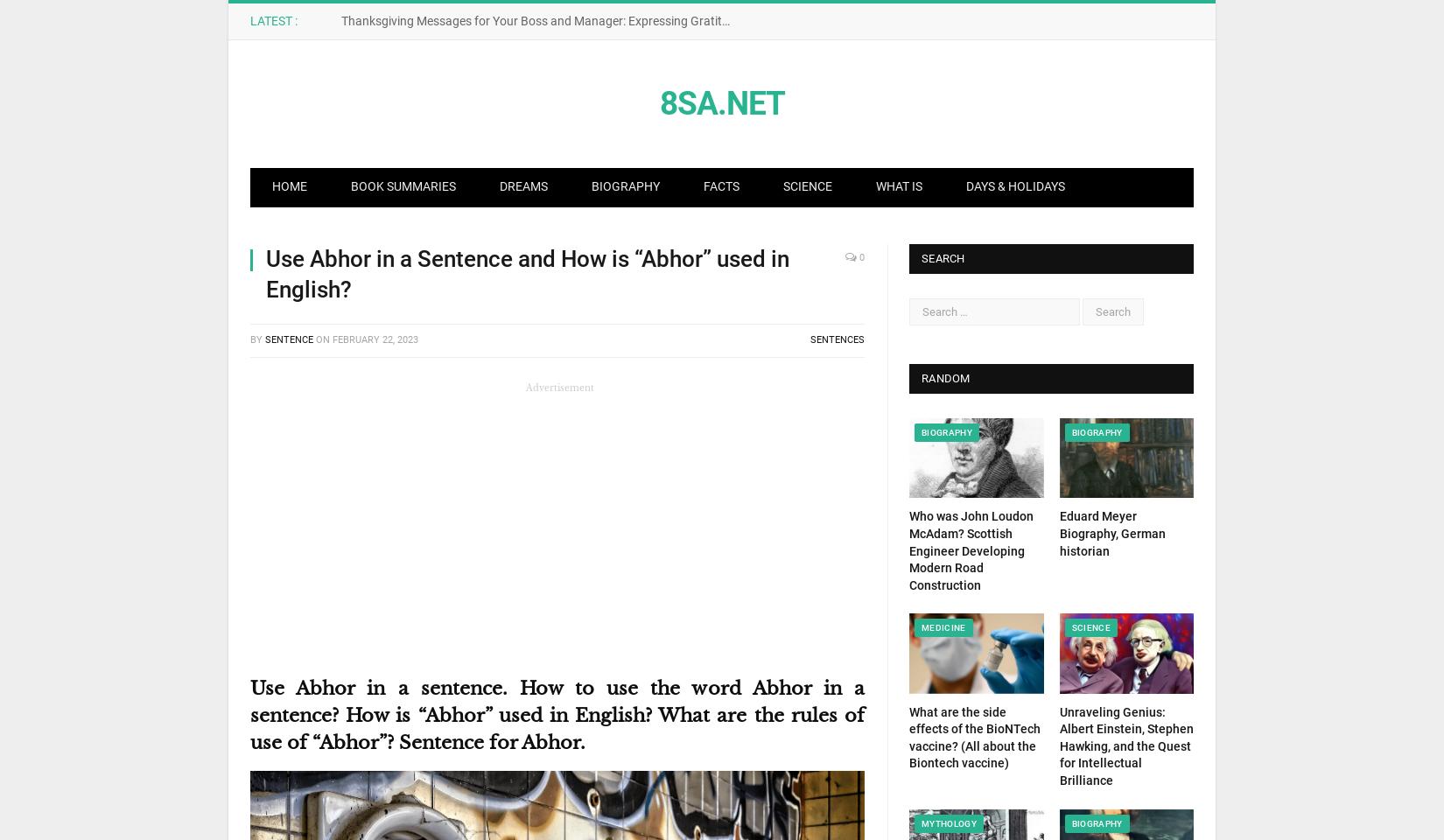  I want to click on '0', so click(860, 256).